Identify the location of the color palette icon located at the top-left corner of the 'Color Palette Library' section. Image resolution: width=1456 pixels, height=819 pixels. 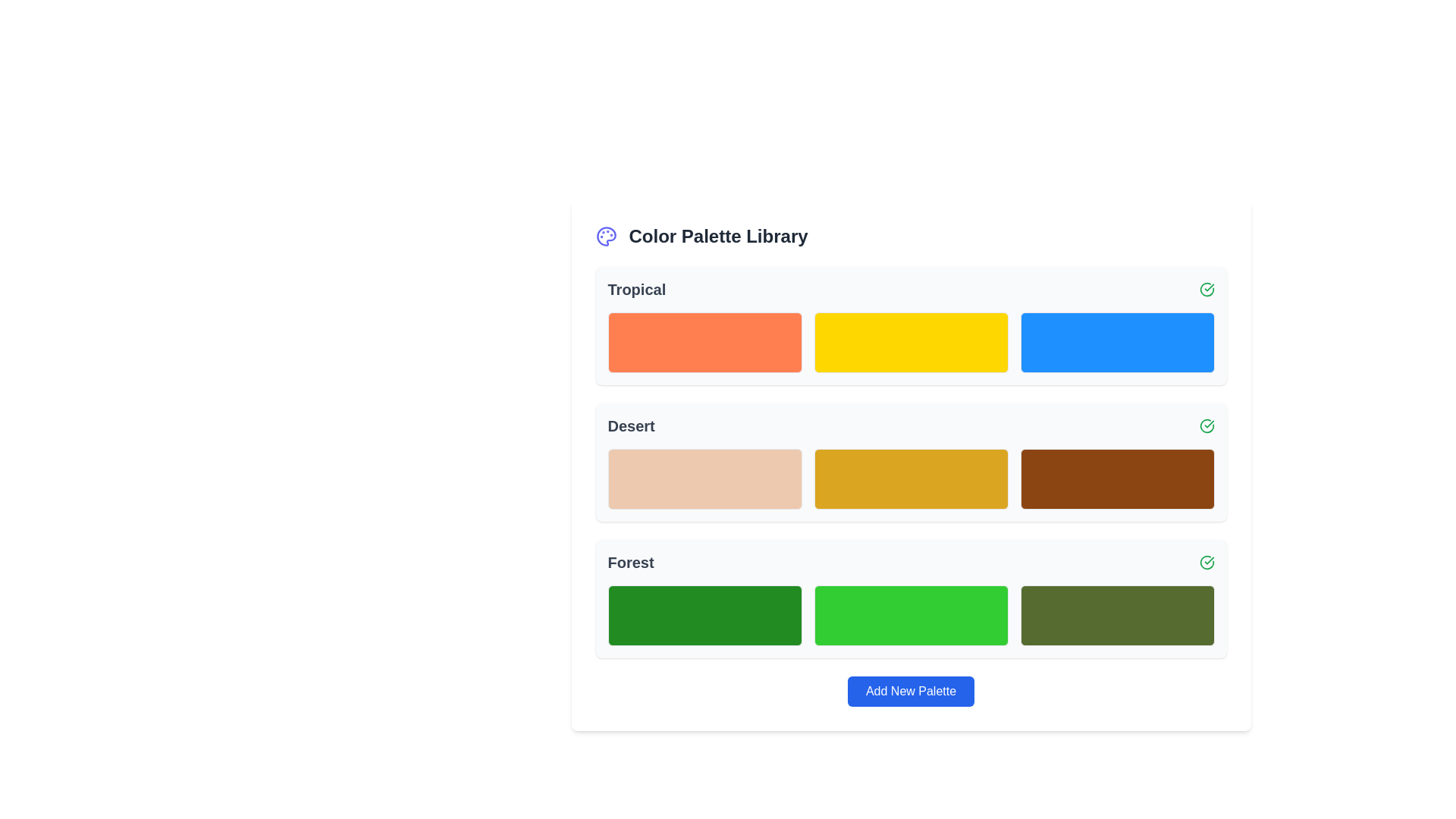
(605, 237).